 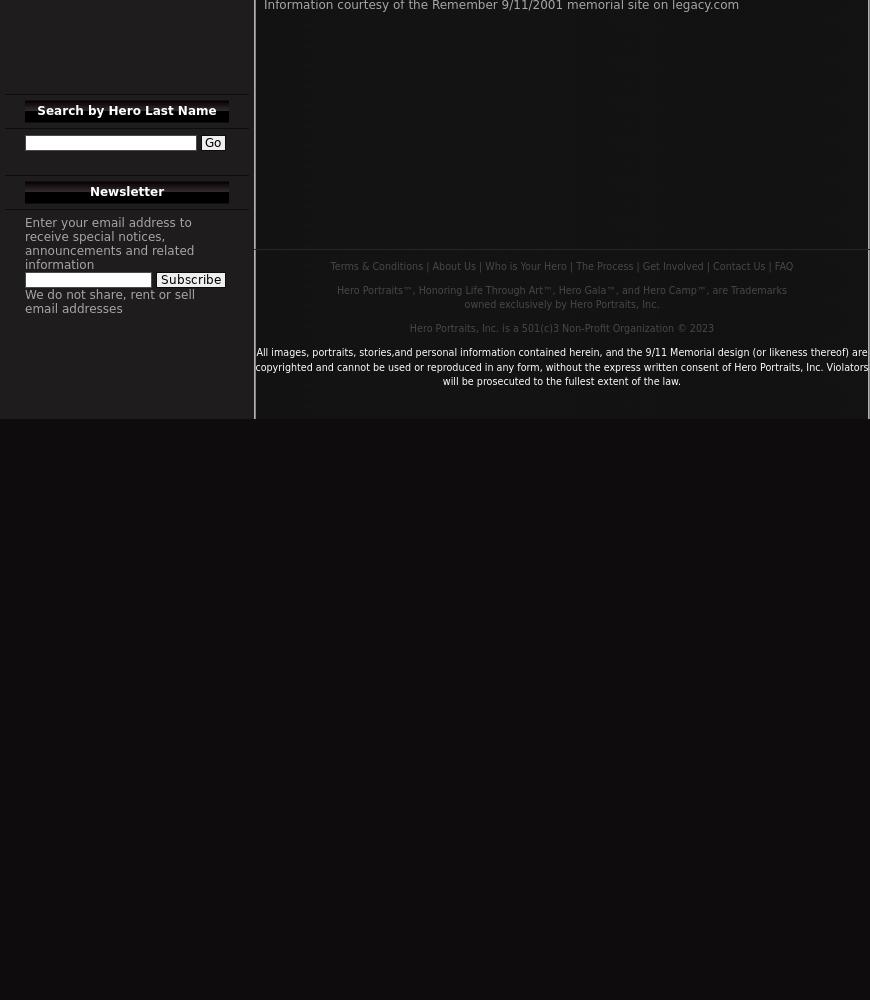 I want to click on 'Hero Portraits™, Honoring Life Through Art™, Hero Gala™, and Hero Camp™, are Trademarks', so click(x=560, y=289).